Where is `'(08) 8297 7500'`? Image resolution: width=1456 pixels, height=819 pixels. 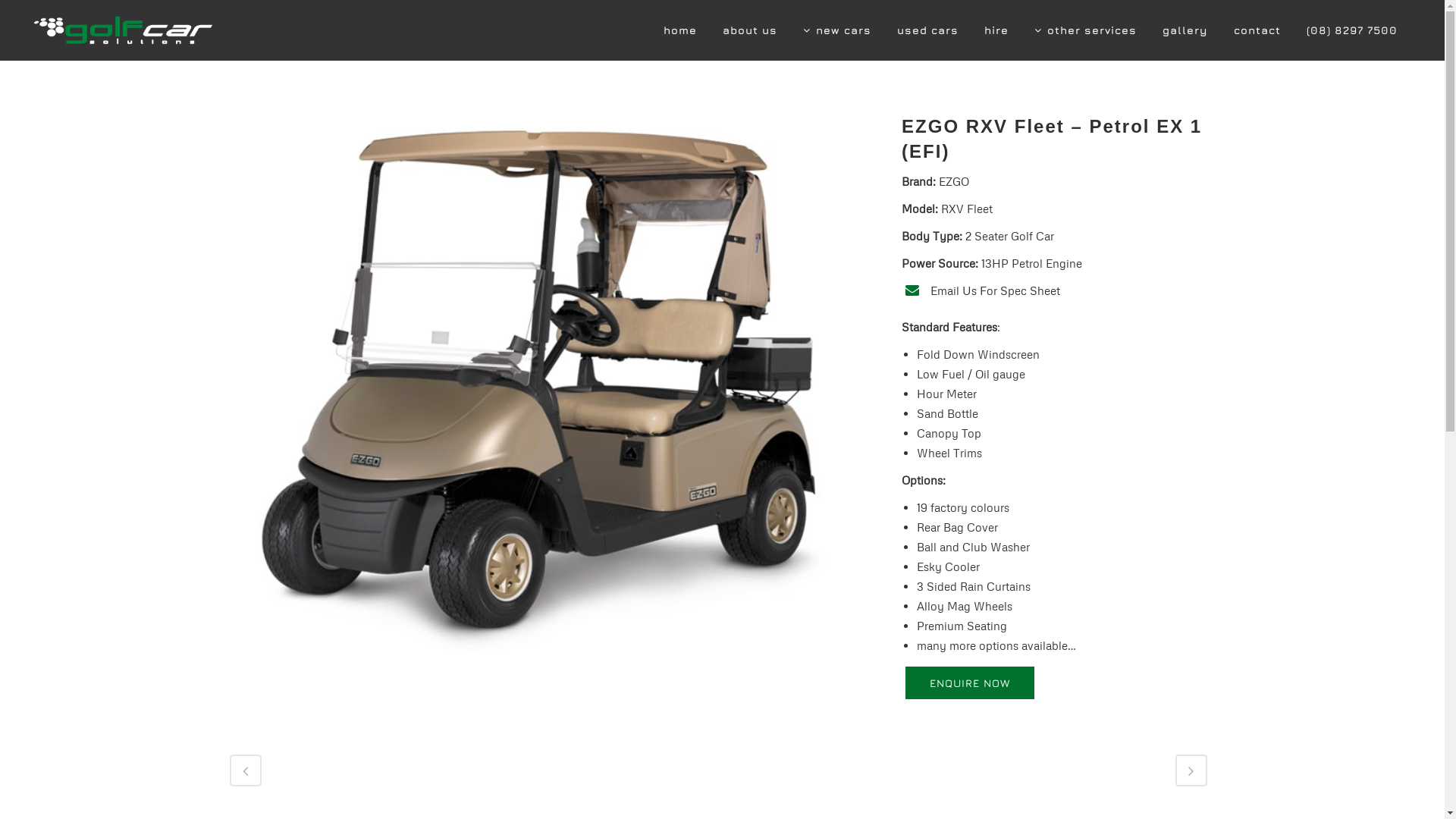 '(08) 8297 7500' is located at coordinates (1351, 30).